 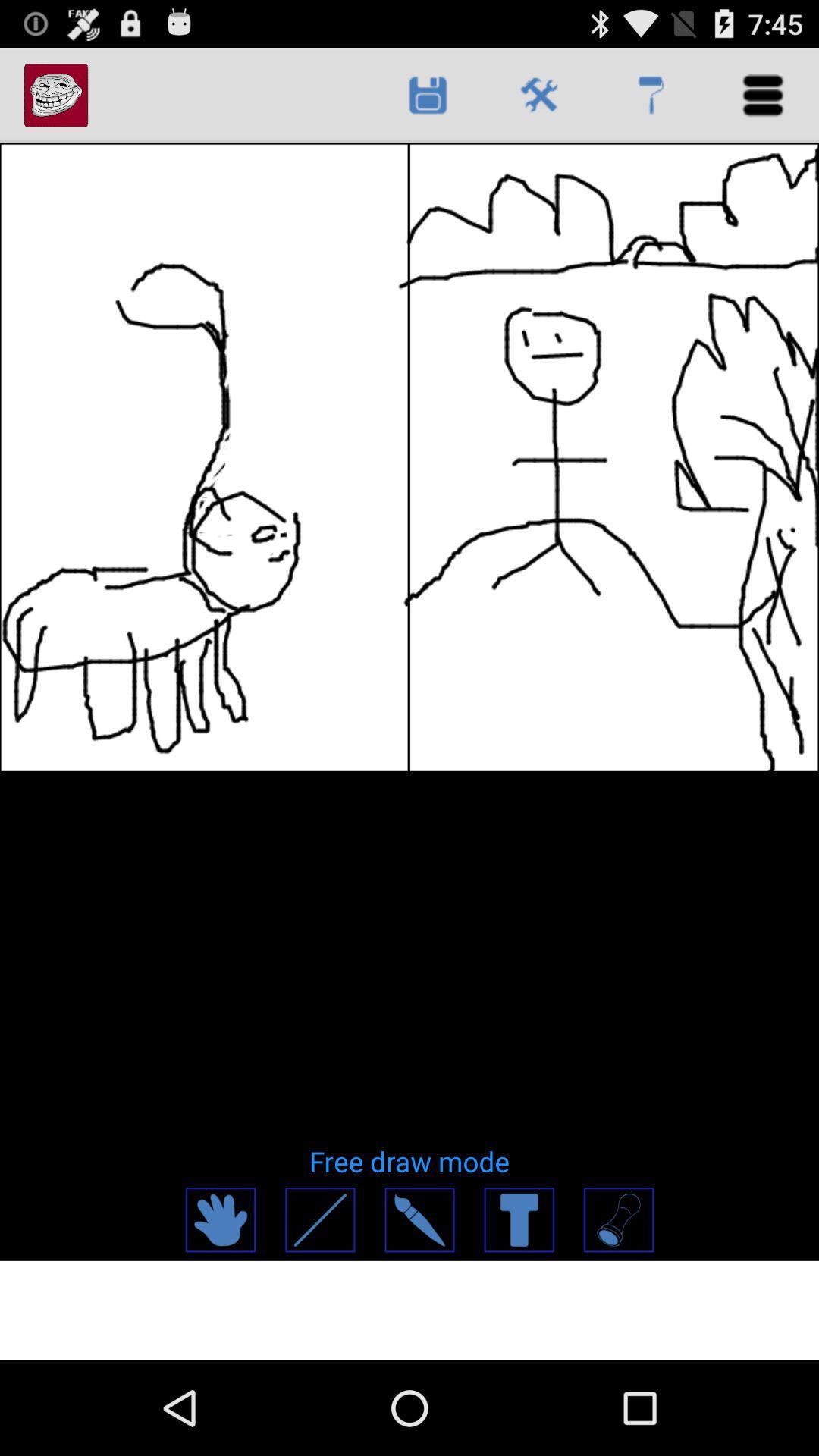 I want to click on choose drawing mode, so click(x=618, y=1219).